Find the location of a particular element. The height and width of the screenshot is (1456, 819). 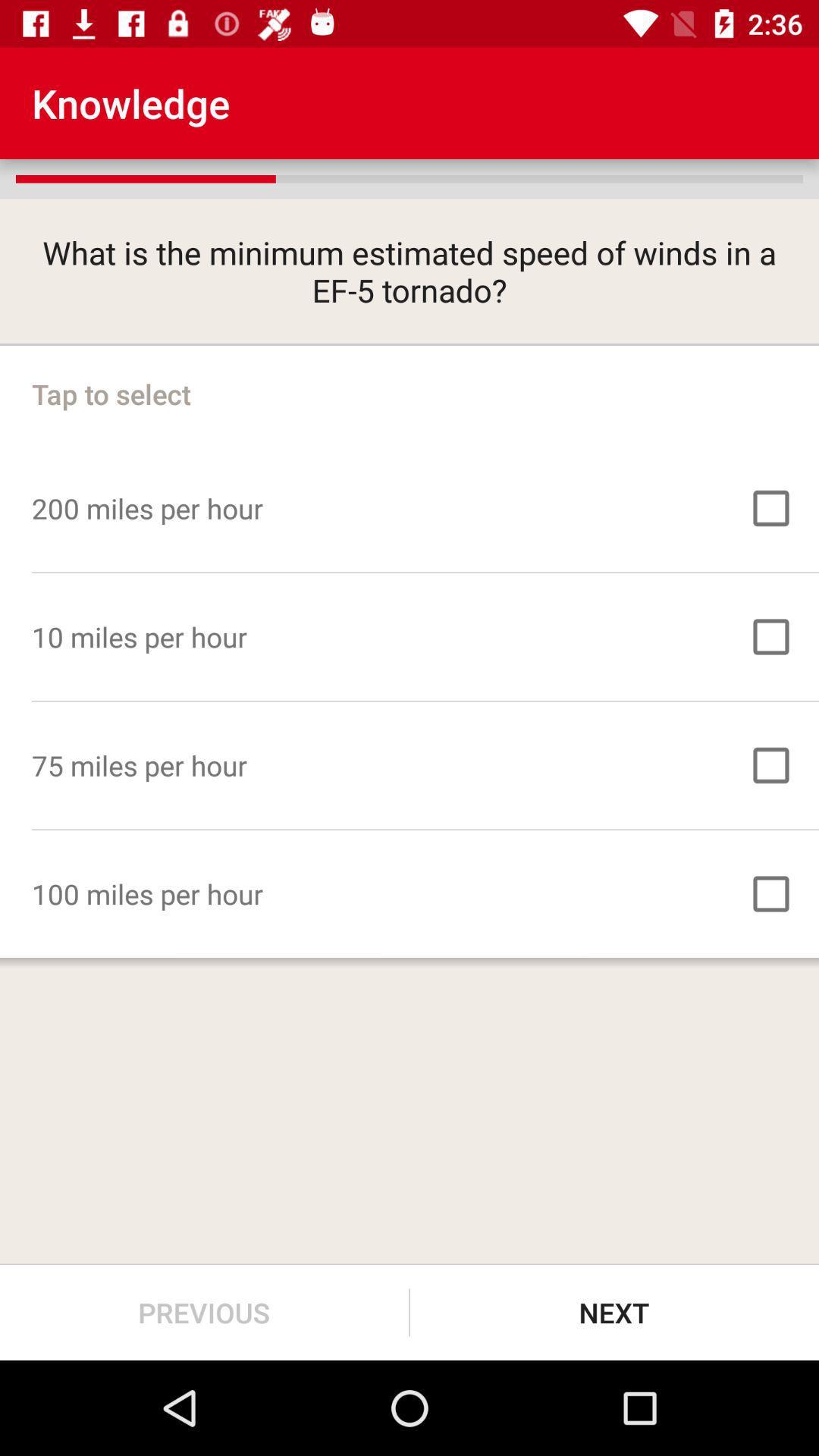

the item at the bottom left corner is located at coordinates (203, 1312).